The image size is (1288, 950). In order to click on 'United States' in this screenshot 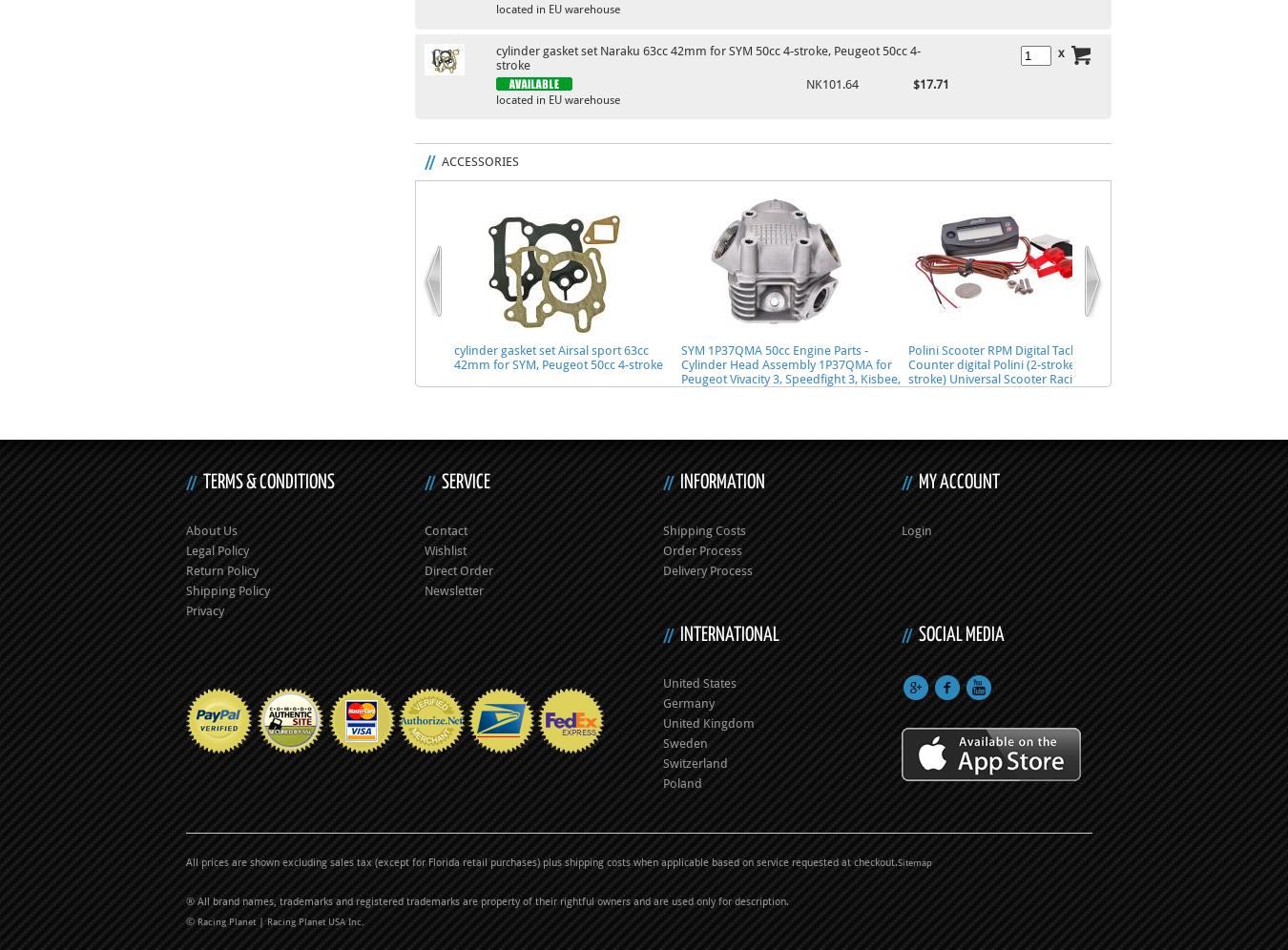, I will do `click(698, 682)`.